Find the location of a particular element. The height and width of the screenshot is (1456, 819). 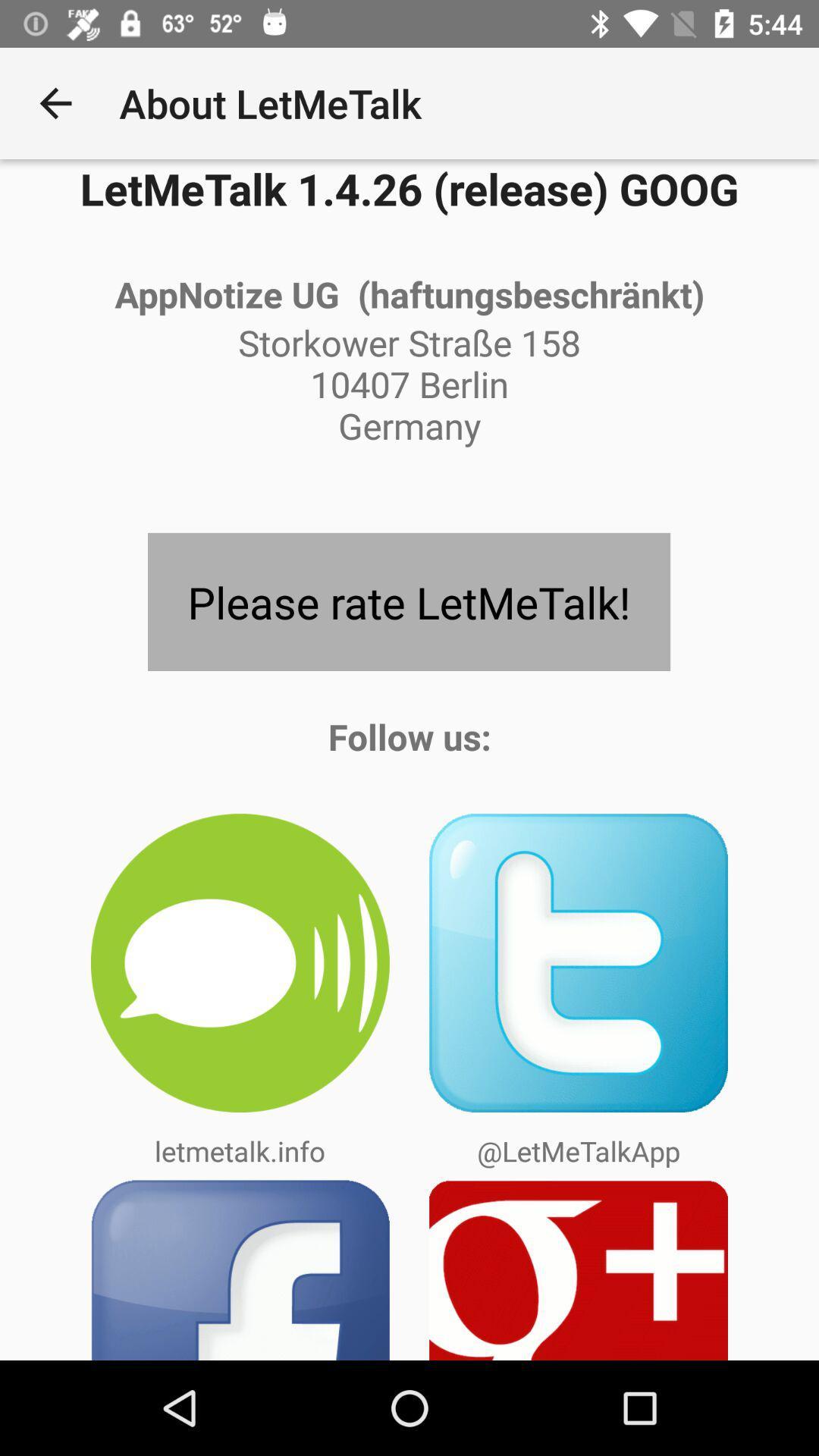

item above letmetalk 1 4 item is located at coordinates (55, 102).